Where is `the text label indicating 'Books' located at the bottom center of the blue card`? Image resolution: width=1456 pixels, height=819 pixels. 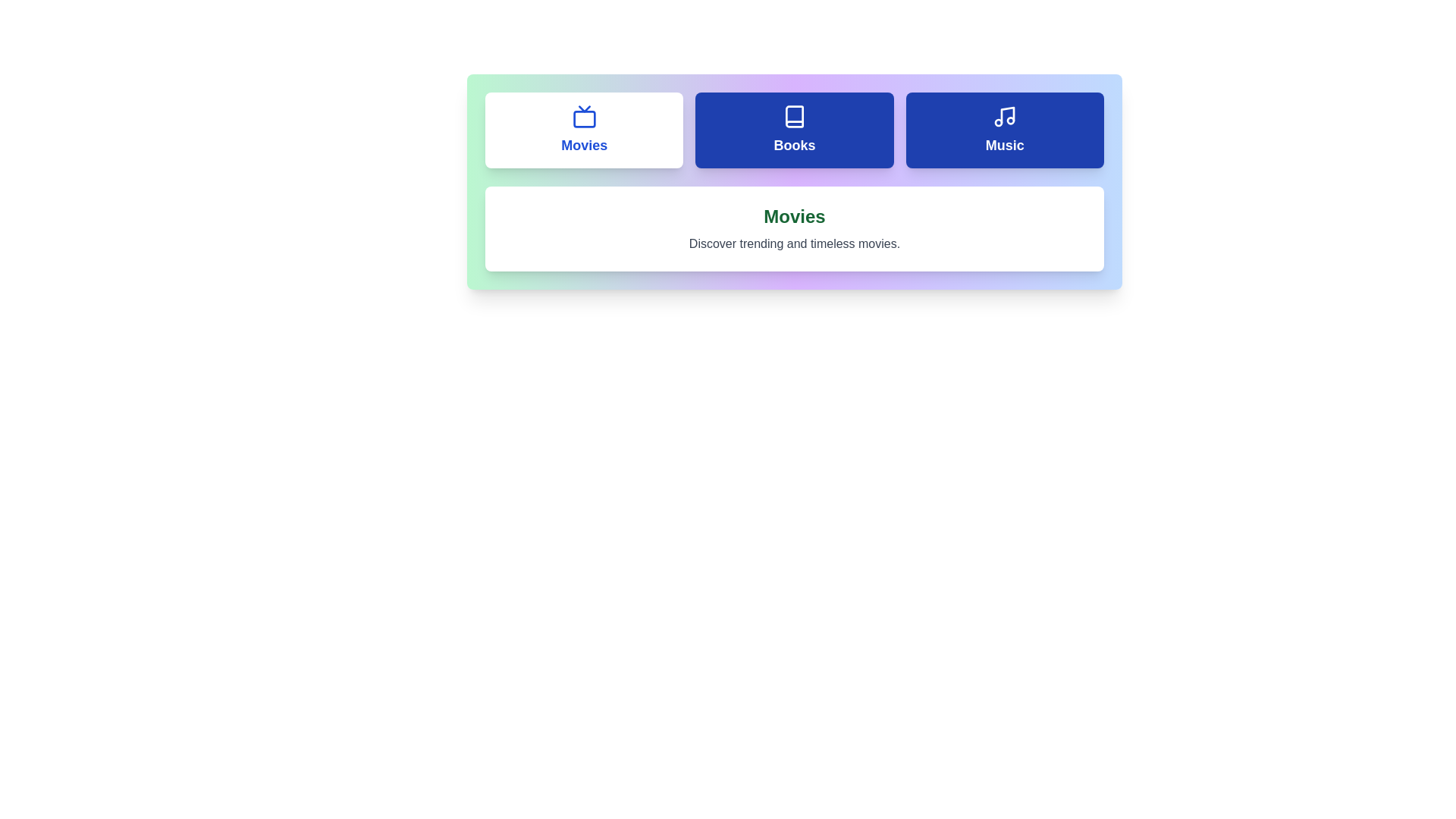 the text label indicating 'Books' located at the bottom center of the blue card is located at coordinates (793, 146).